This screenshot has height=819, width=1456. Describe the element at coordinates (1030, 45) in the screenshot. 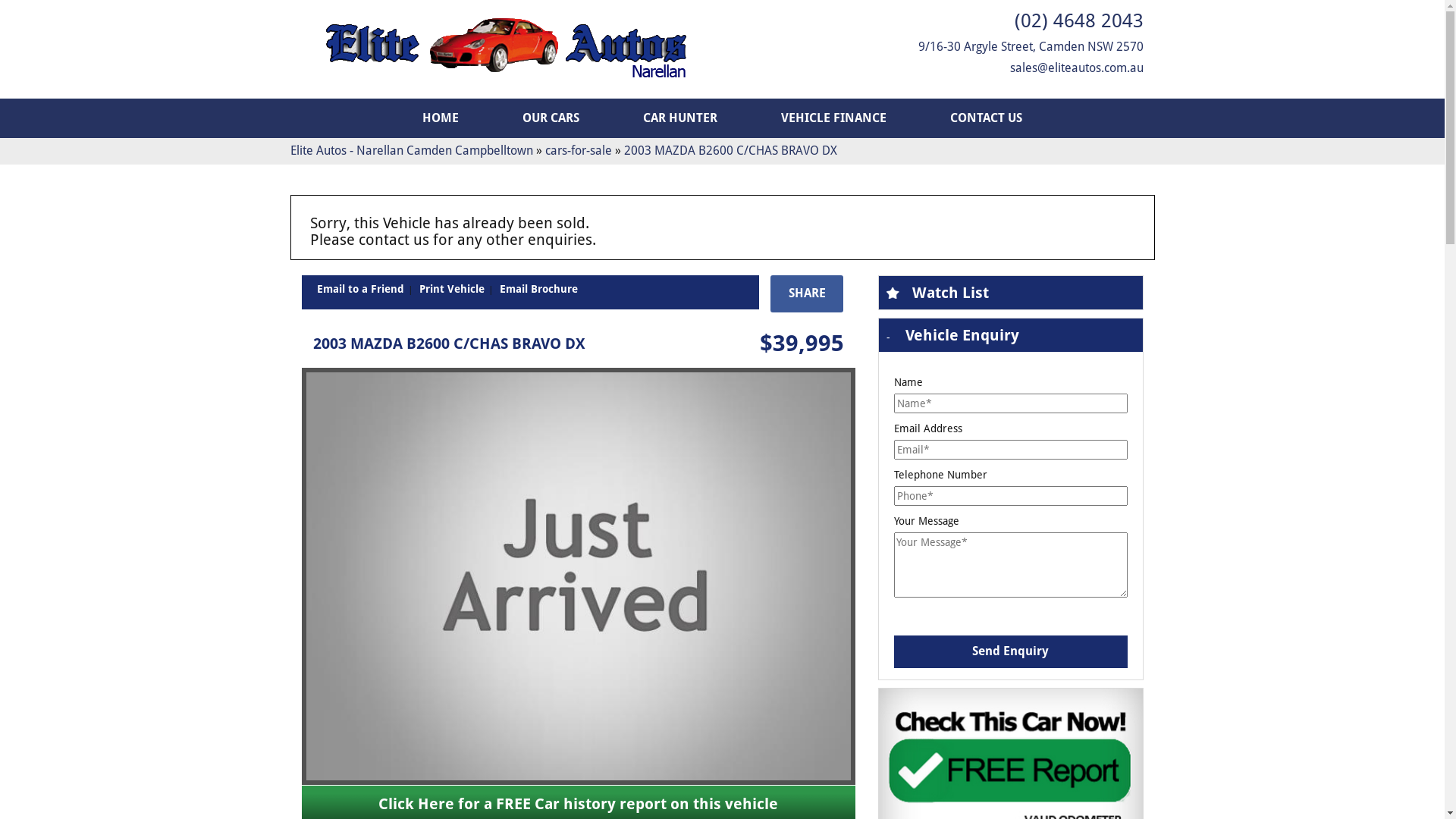

I see `'9/16-30 Argyle Street, Camden NSW 2570'` at that location.